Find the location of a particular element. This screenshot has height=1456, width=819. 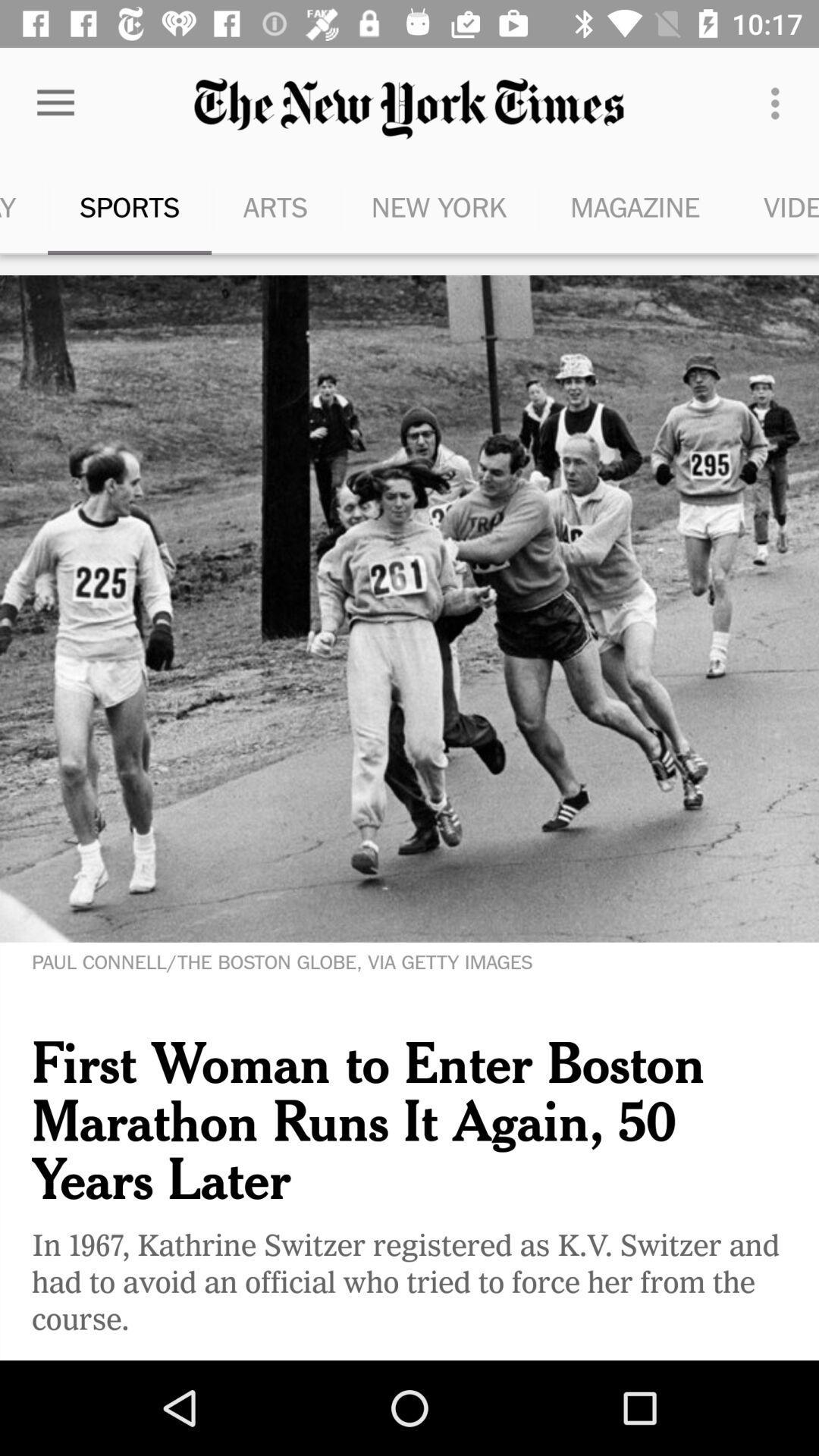

icon to the right of the sports item is located at coordinates (275, 206).